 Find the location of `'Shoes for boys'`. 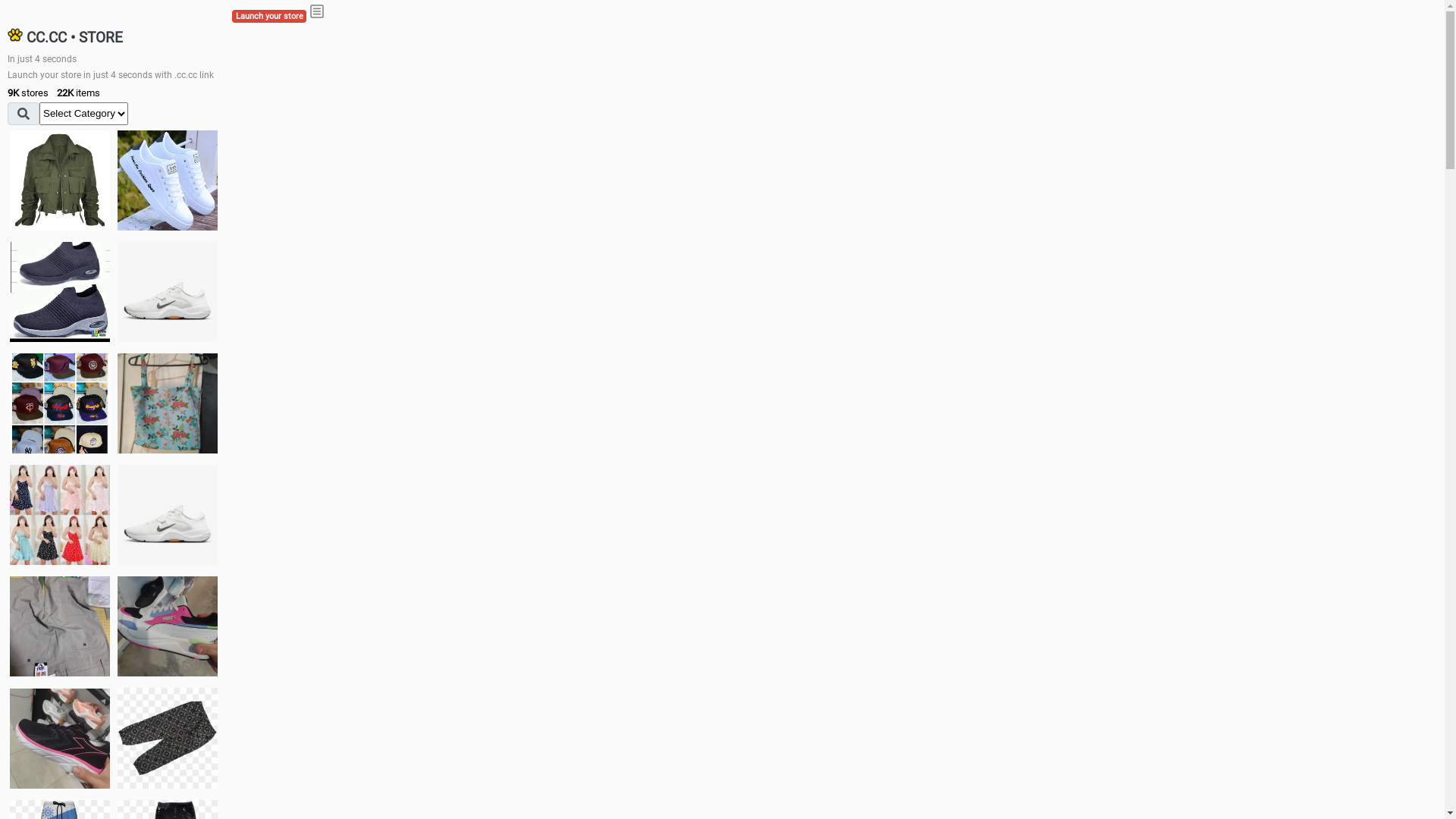

'Shoes for boys' is located at coordinates (167, 292).